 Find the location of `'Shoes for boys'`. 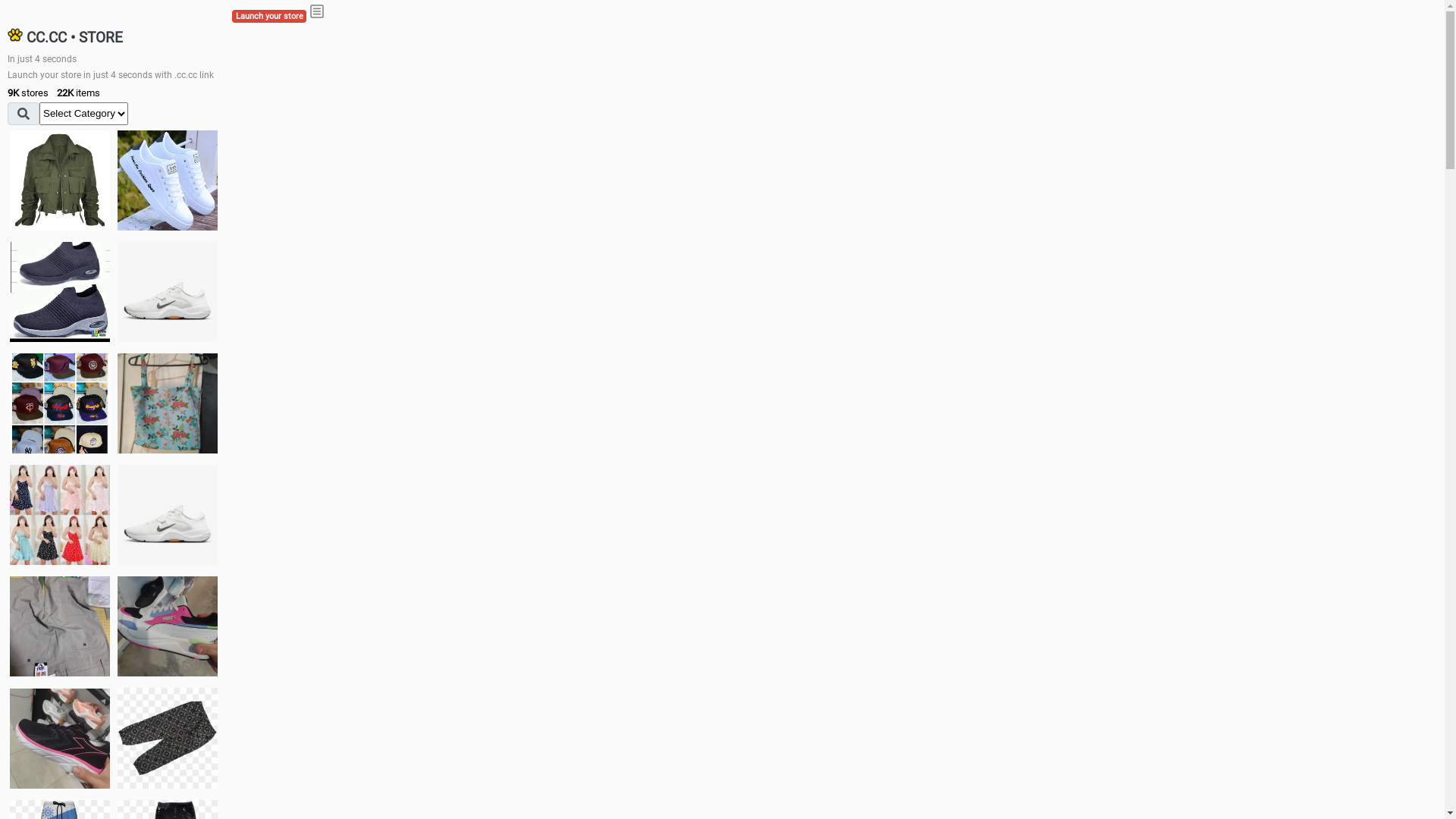

'Shoes for boys' is located at coordinates (167, 292).